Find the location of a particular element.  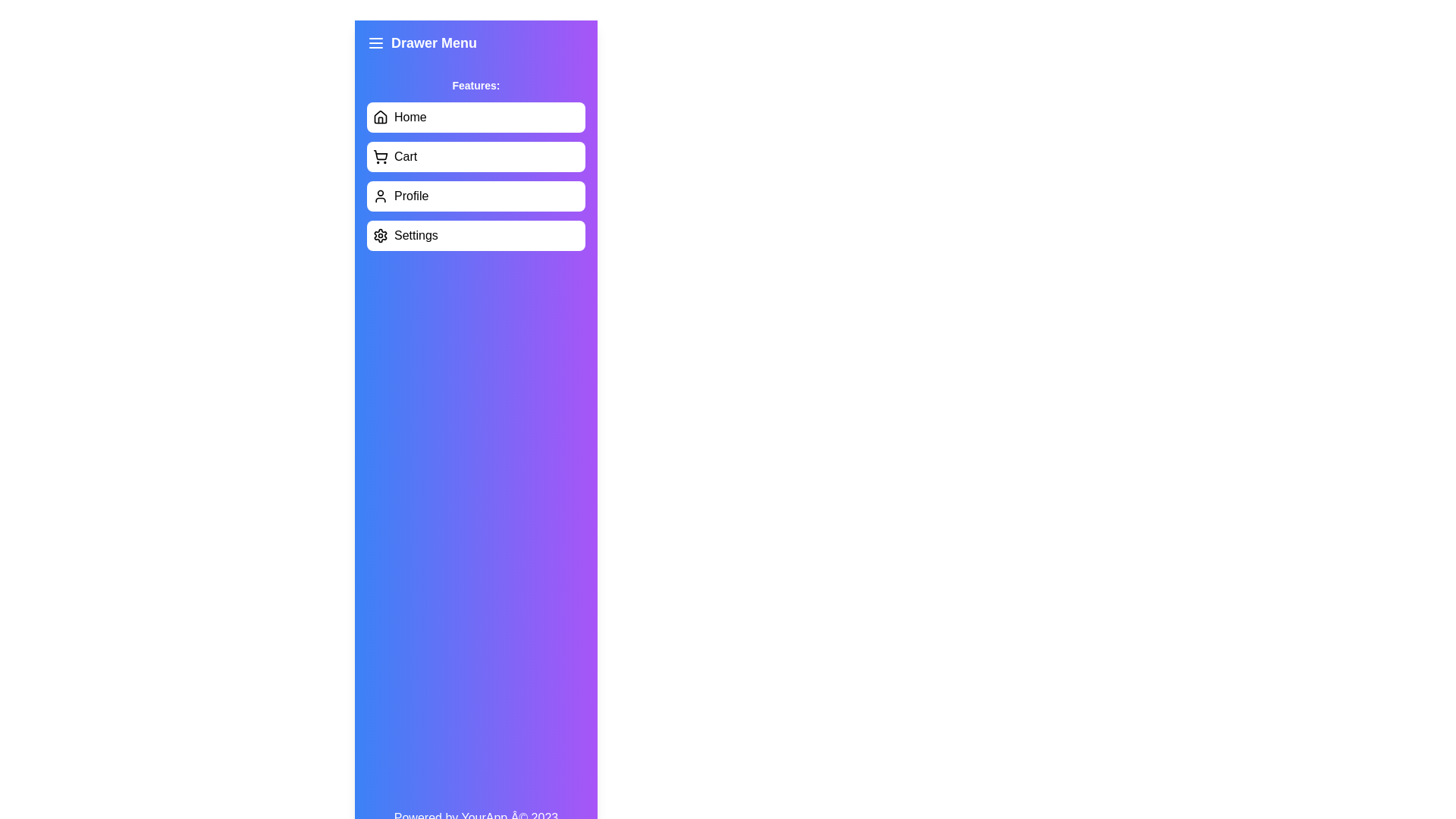

the house icon in the navigation menu next to the text 'Home' is located at coordinates (381, 116).